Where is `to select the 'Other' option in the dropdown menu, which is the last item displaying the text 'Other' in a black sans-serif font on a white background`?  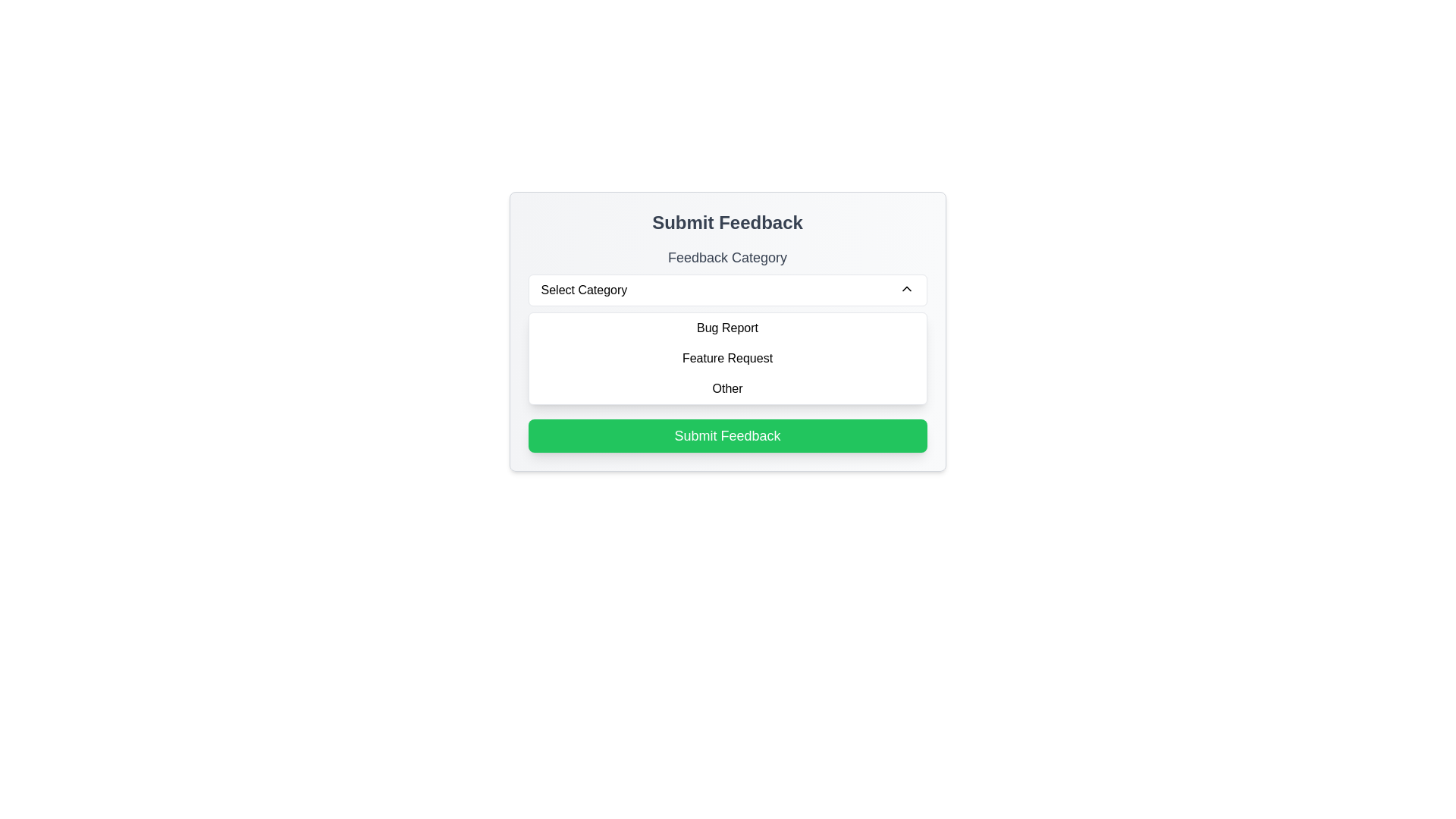 to select the 'Other' option in the dropdown menu, which is the last item displaying the text 'Other' in a black sans-serif font on a white background is located at coordinates (726, 388).